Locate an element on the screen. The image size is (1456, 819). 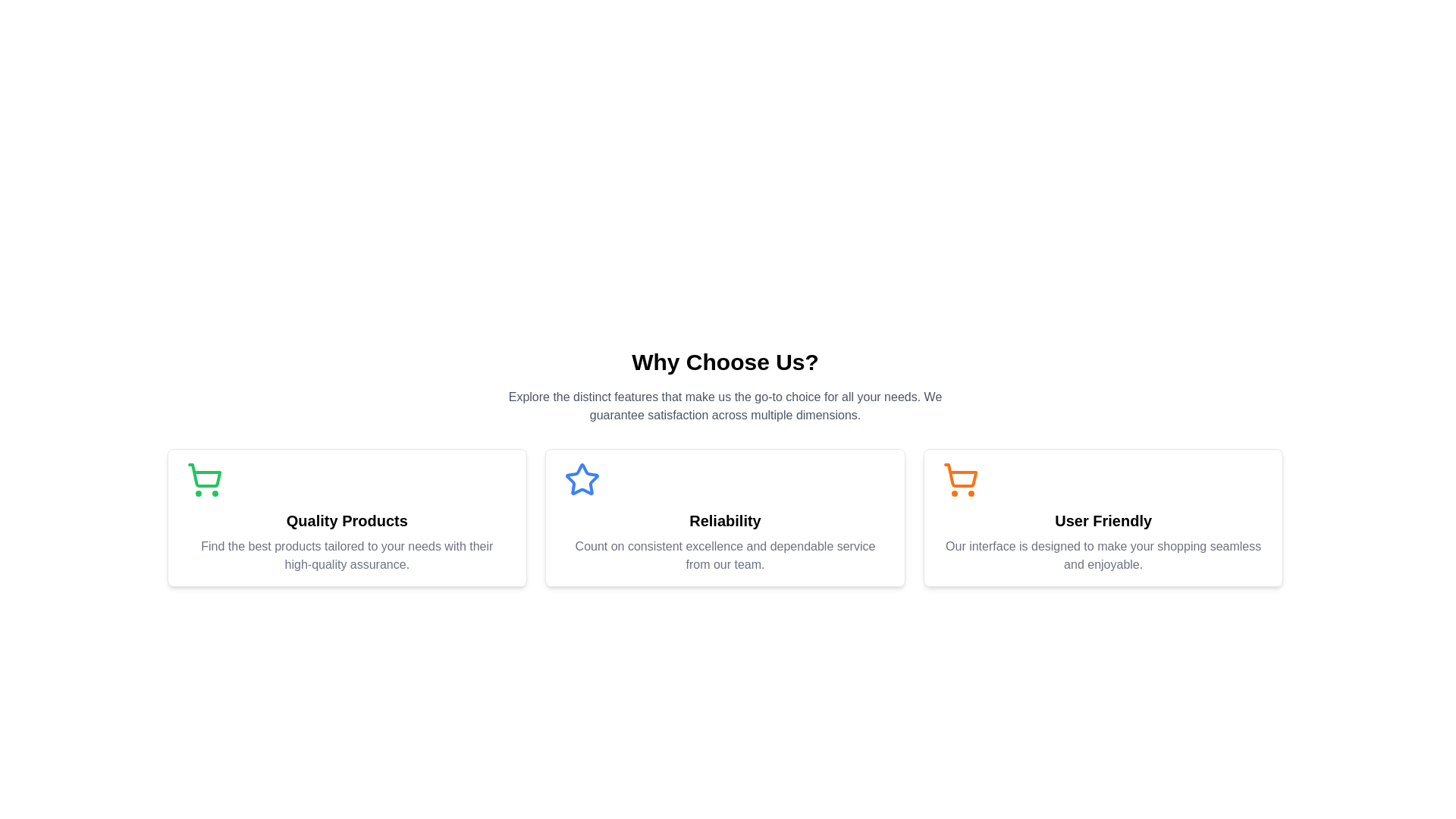
the first Informational Card titled 'Quality Products' which contains a green shopping cart icon and a description in gray font is located at coordinates (346, 516).